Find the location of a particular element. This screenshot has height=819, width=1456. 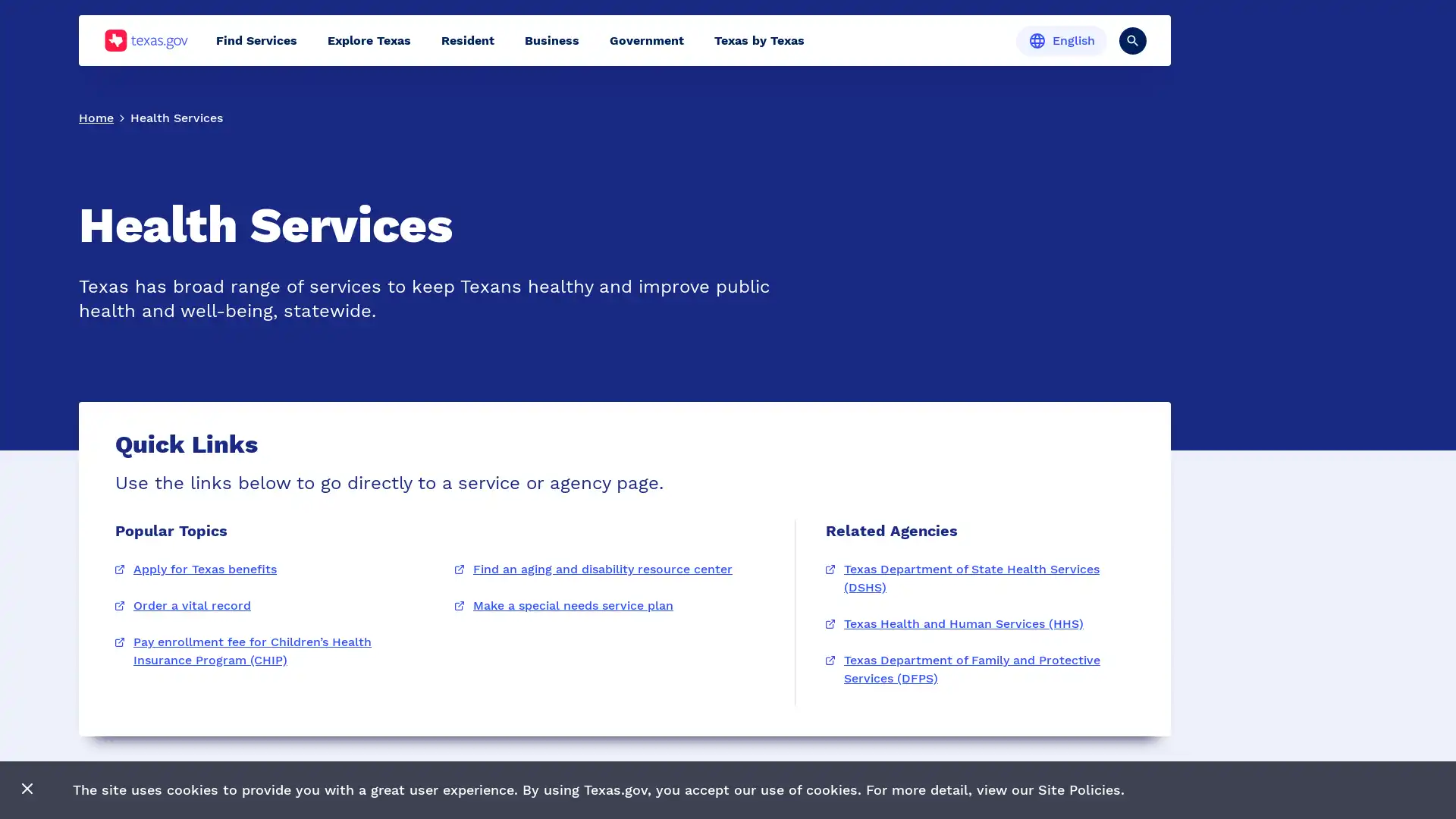

Find Services is located at coordinates (256, 39).